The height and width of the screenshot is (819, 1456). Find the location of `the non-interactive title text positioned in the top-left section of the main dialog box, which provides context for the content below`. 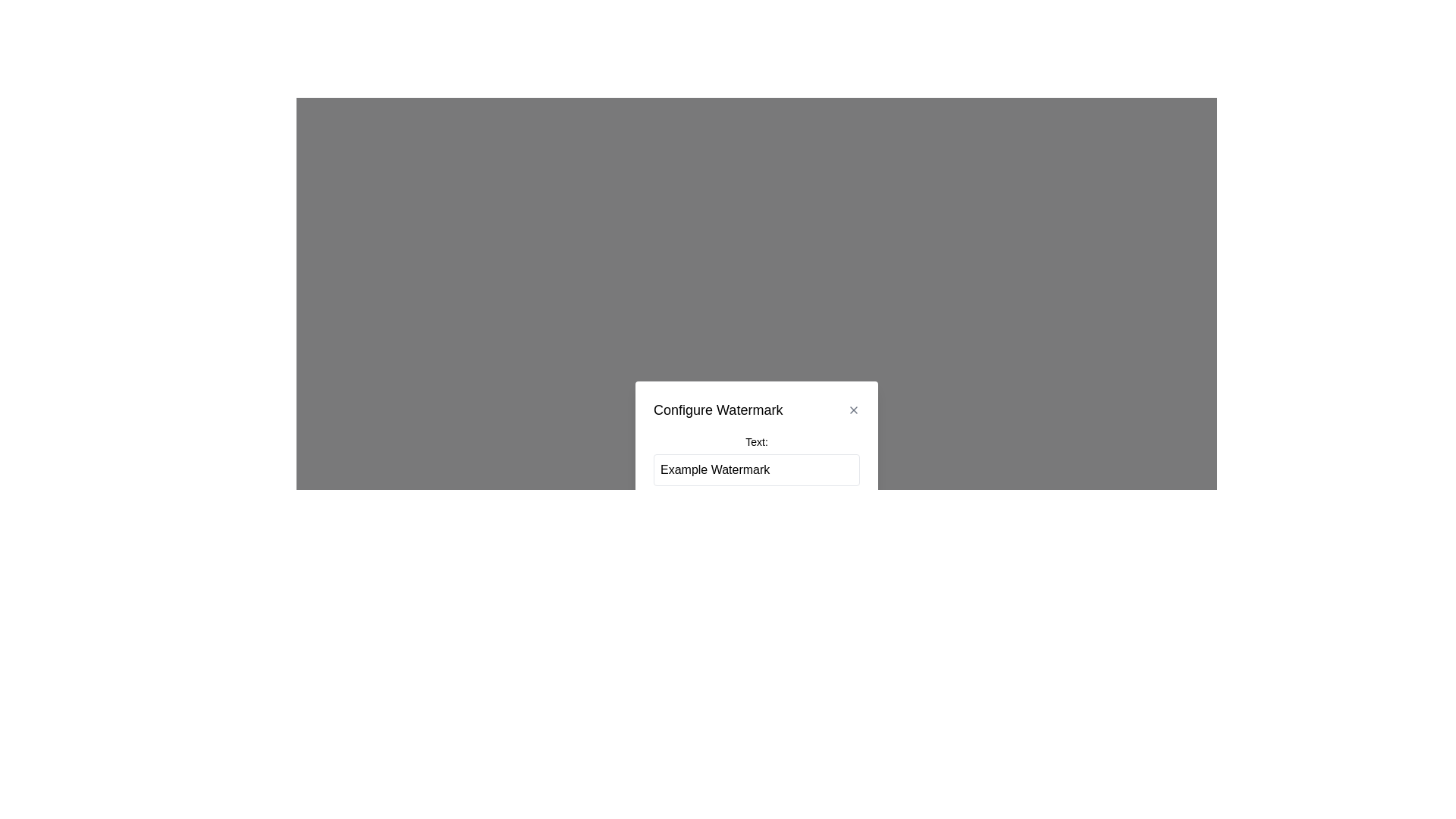

the non-interactive title text positioned in the top-left section of the main dialog box, which provides context for the content below is located at coordinates (717, 409).